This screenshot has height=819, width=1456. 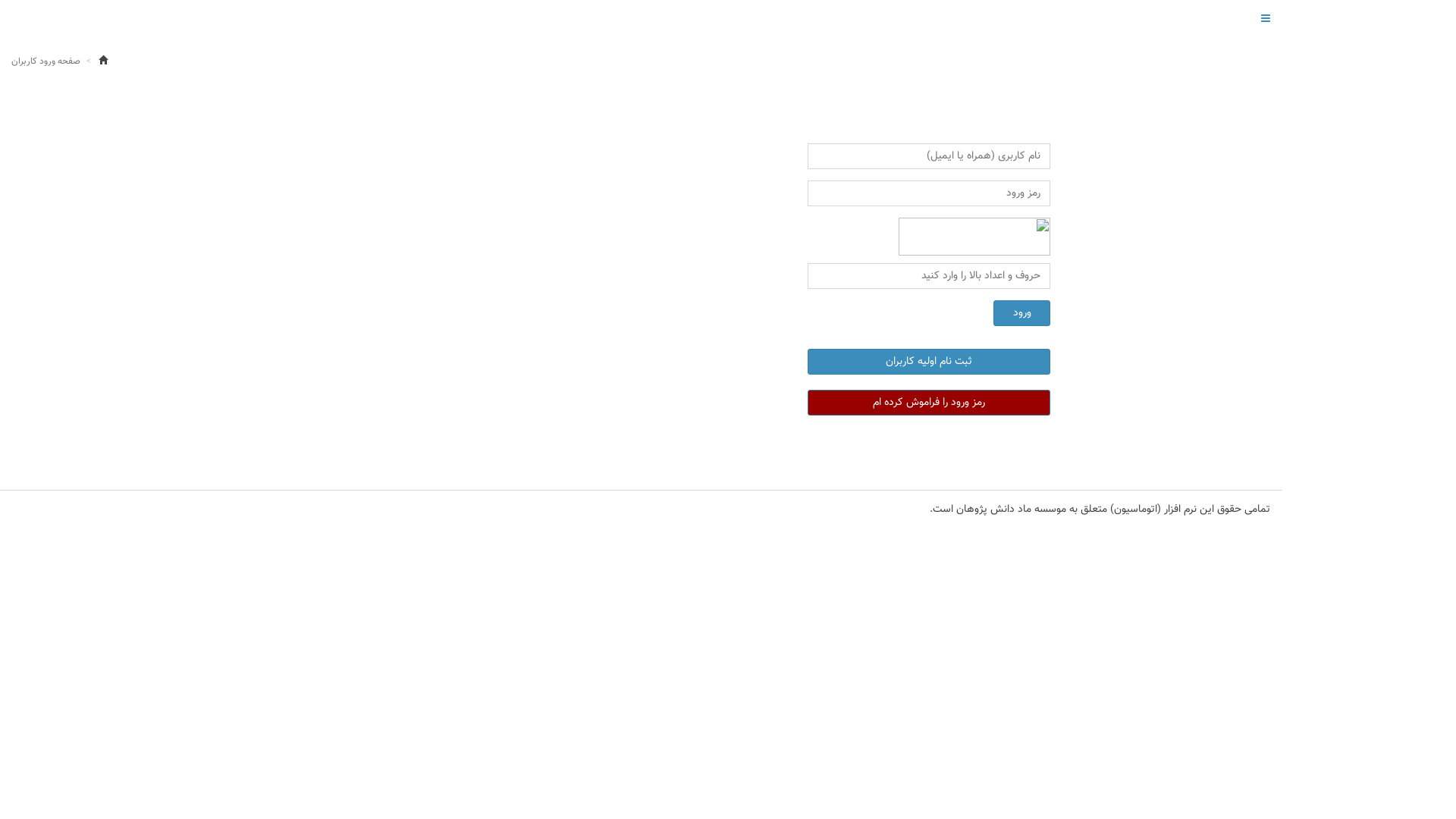 What do you see at coordinates (1266, 18) in the screenshot?
I see `'Toggle navigation'` at bounding box center [1266, 18].